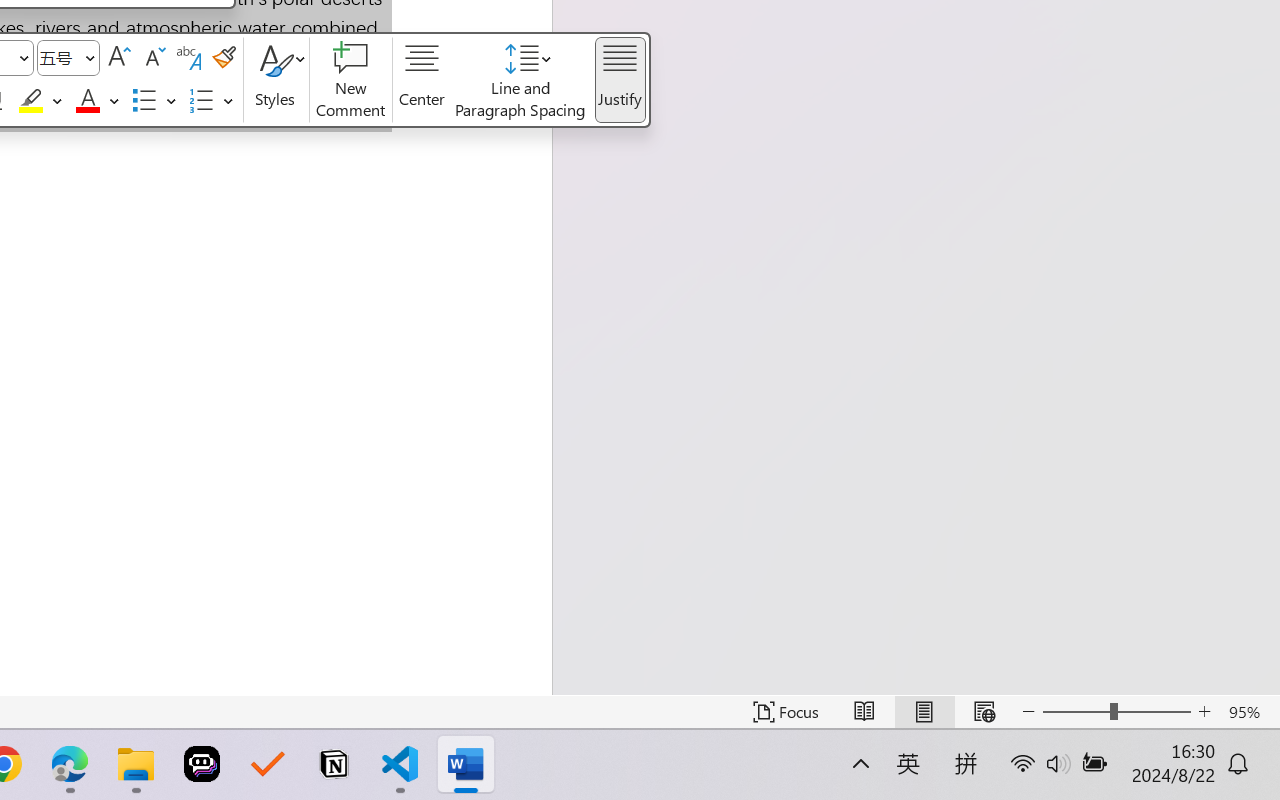 This screenshot has width=1280, height=800. What do you see at coordinates (351, 80) in the screenshot?
I see `'New Comment'` at bounding box center [351, 80].